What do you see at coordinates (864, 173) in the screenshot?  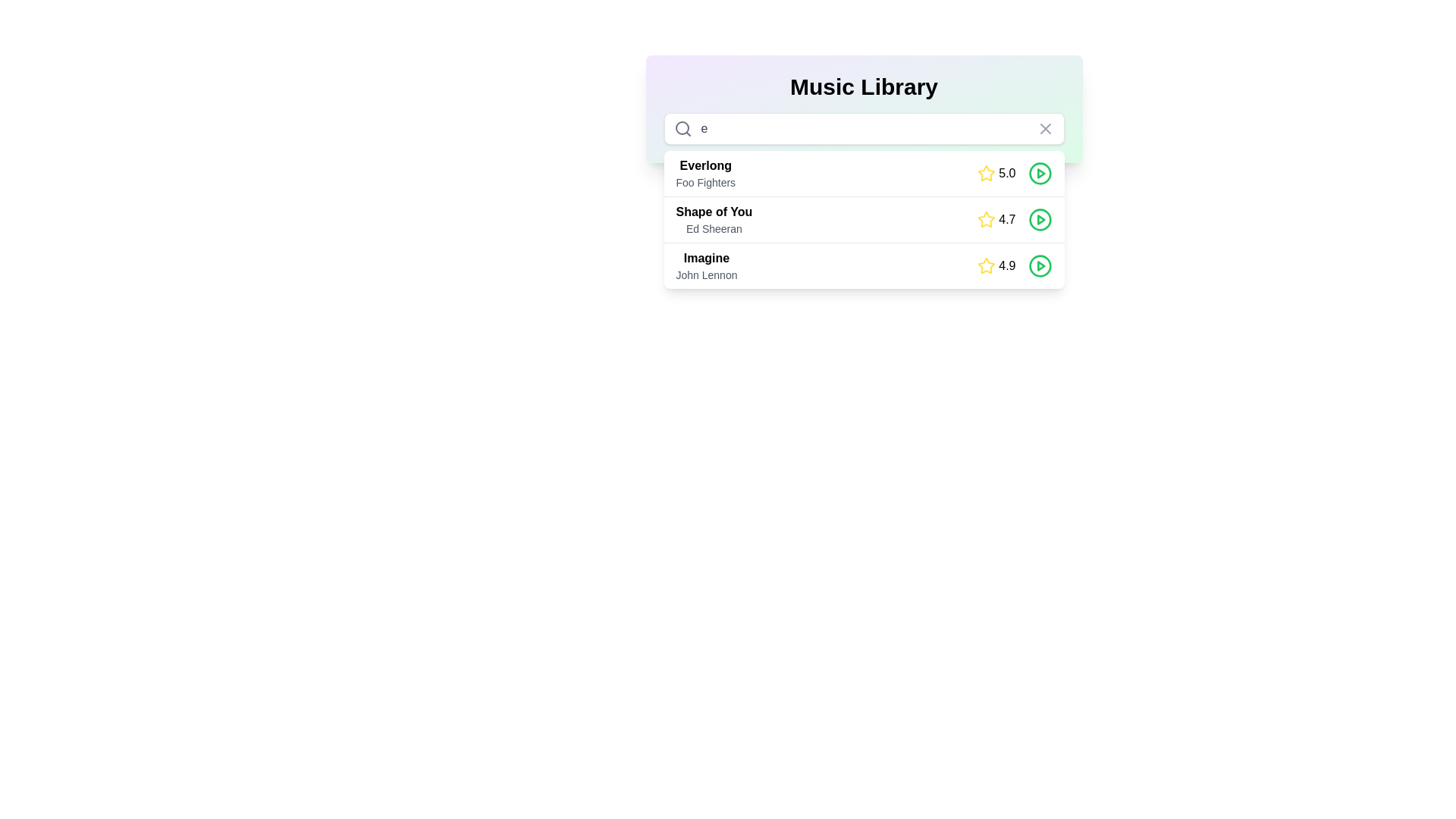 I see `the green circular play button next to the song title 'Everlong' by 'Foo Fighters' in the dropdown menu titled 'Music Library' to play the song` at bounding box center [864, 173].